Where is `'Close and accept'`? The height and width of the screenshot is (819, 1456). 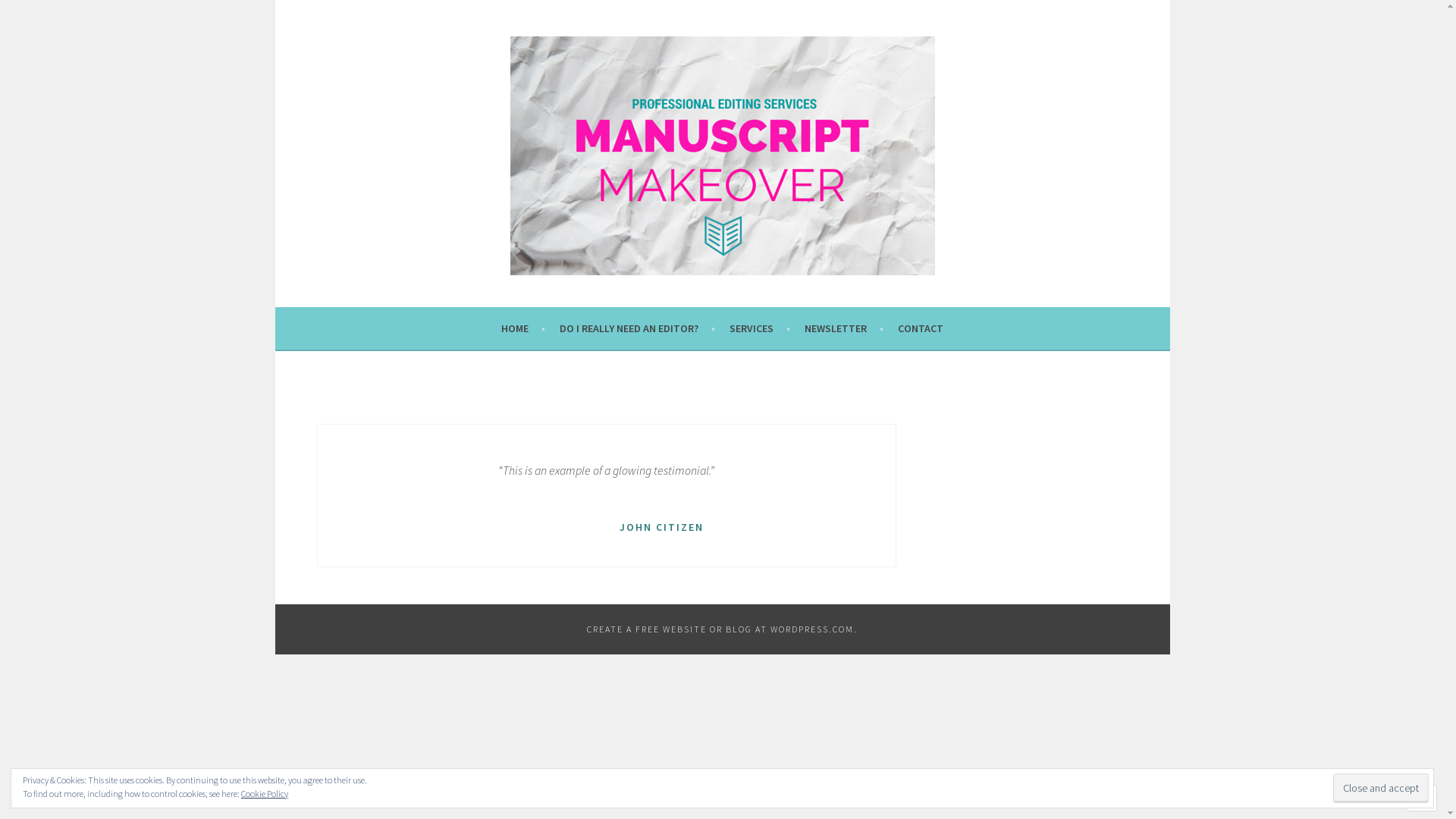 'Close and accept' is located at coordinates (1380, 787).